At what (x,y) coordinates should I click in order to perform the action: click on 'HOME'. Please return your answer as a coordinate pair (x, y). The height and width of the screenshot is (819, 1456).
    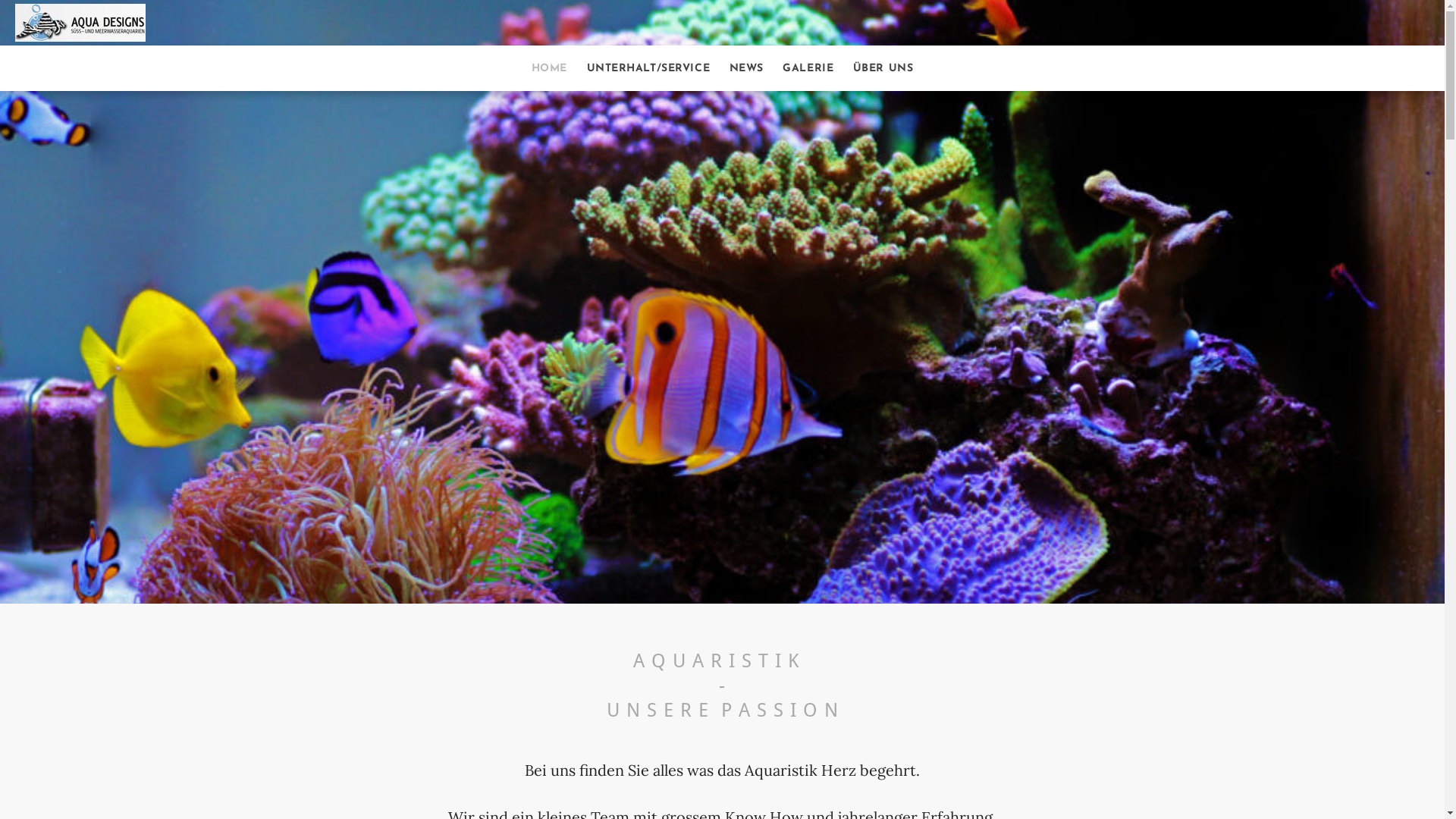
    Looking at the image, I should click on (548, 68).